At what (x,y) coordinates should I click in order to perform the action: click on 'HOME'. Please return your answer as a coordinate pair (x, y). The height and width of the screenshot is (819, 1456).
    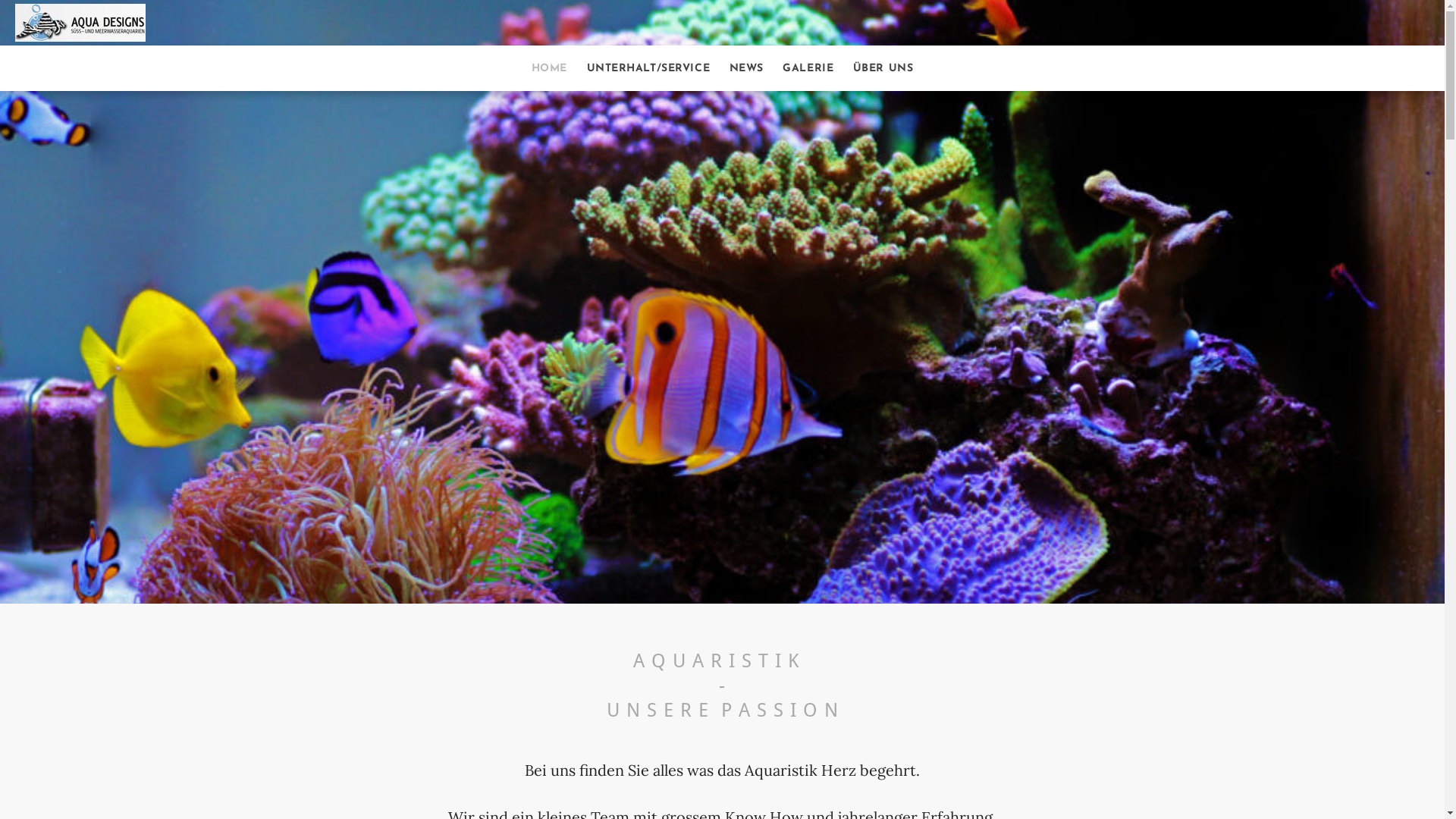
    Looking at the image, I should click on (548, 68).